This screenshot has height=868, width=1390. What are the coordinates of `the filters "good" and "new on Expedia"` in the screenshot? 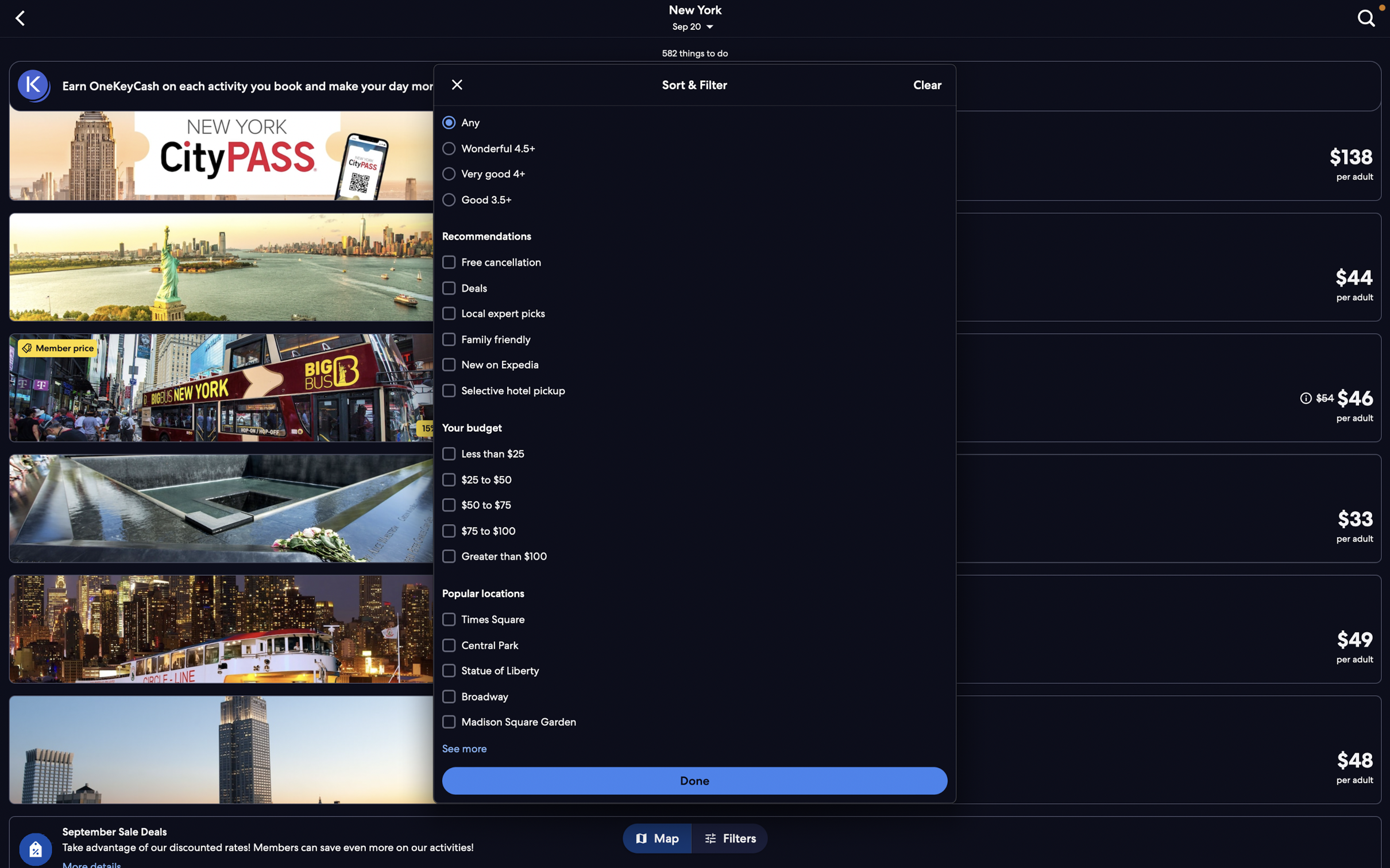 It's located at (692, 198).